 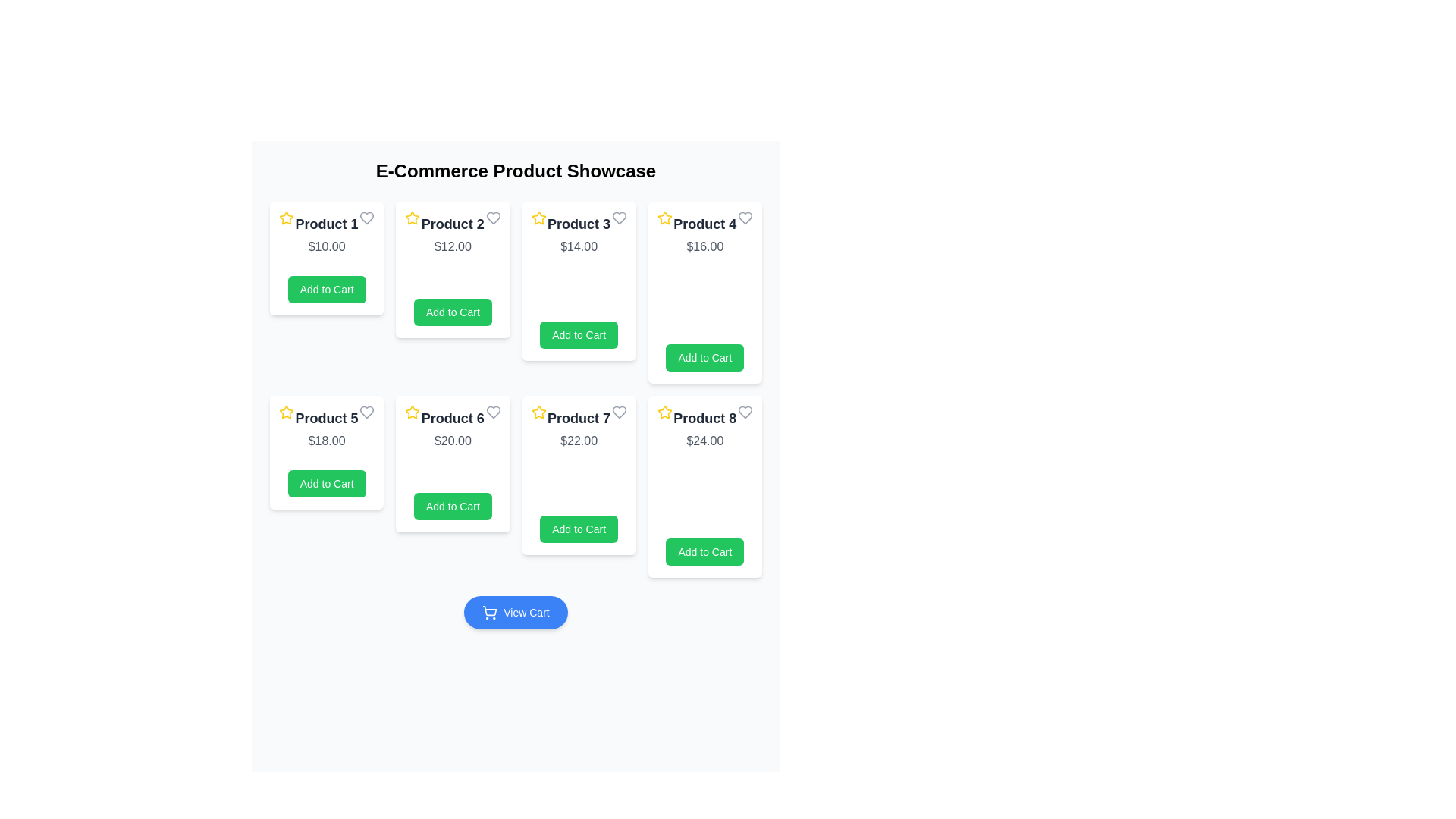 I want to click on the yellow star icon located at the top-left corner of the card for 'Product 4' to mark or unmark it as a favorite, so click(x=664, y=218).